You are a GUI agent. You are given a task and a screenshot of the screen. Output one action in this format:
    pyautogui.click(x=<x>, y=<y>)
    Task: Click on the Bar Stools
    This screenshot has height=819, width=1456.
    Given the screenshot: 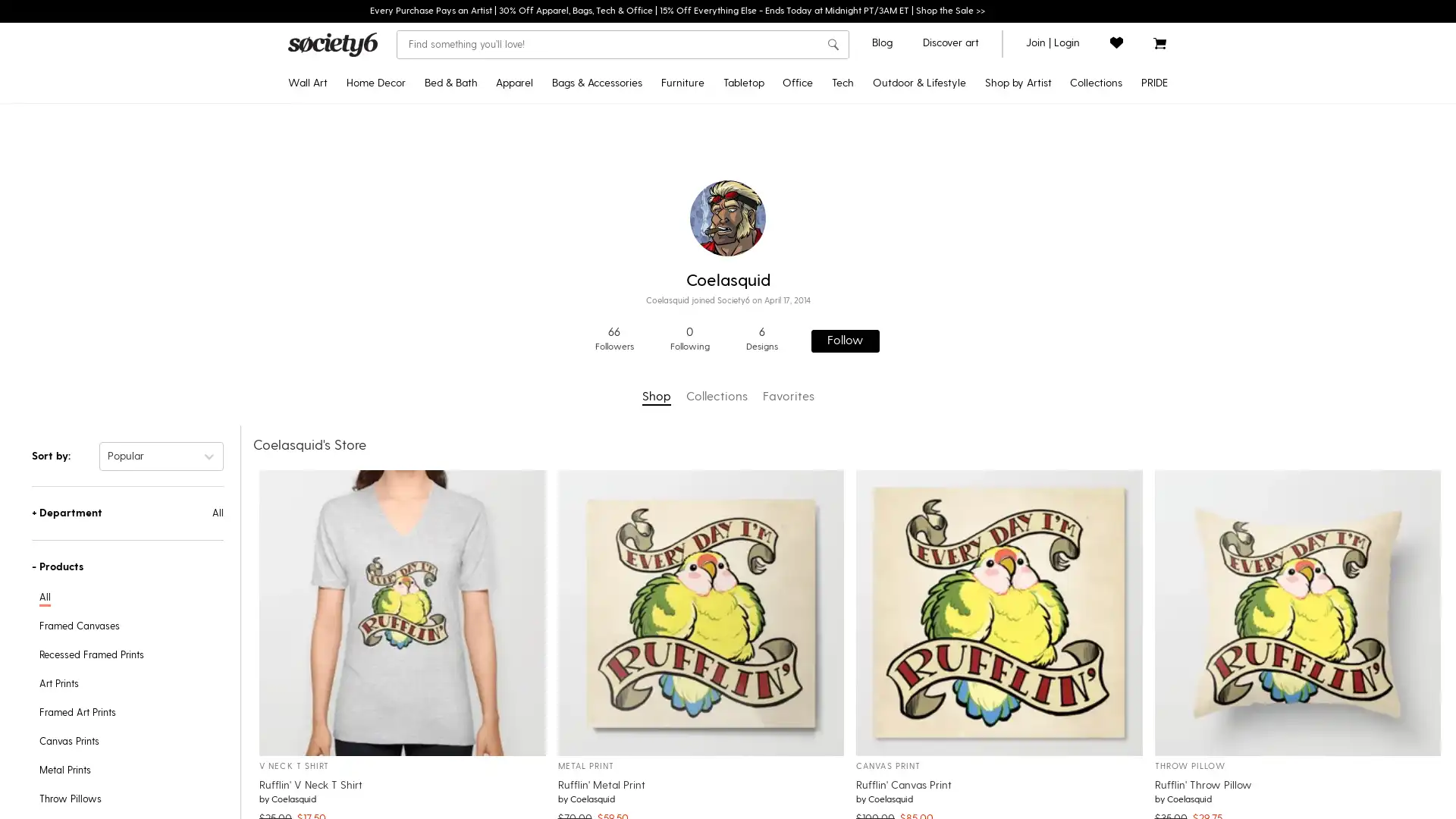 What is the action you would take?
    pyautogui.click(x=708, y=170)
    